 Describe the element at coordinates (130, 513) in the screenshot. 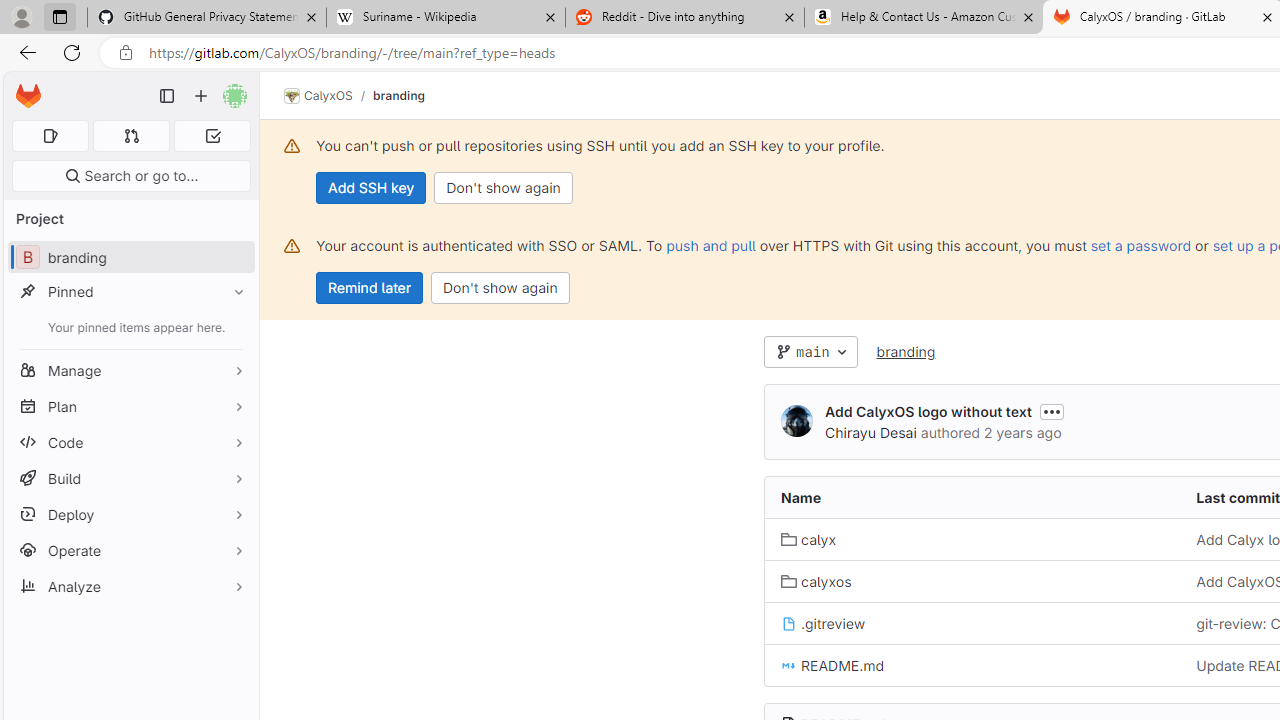

I see `'Deploy'` at that location.